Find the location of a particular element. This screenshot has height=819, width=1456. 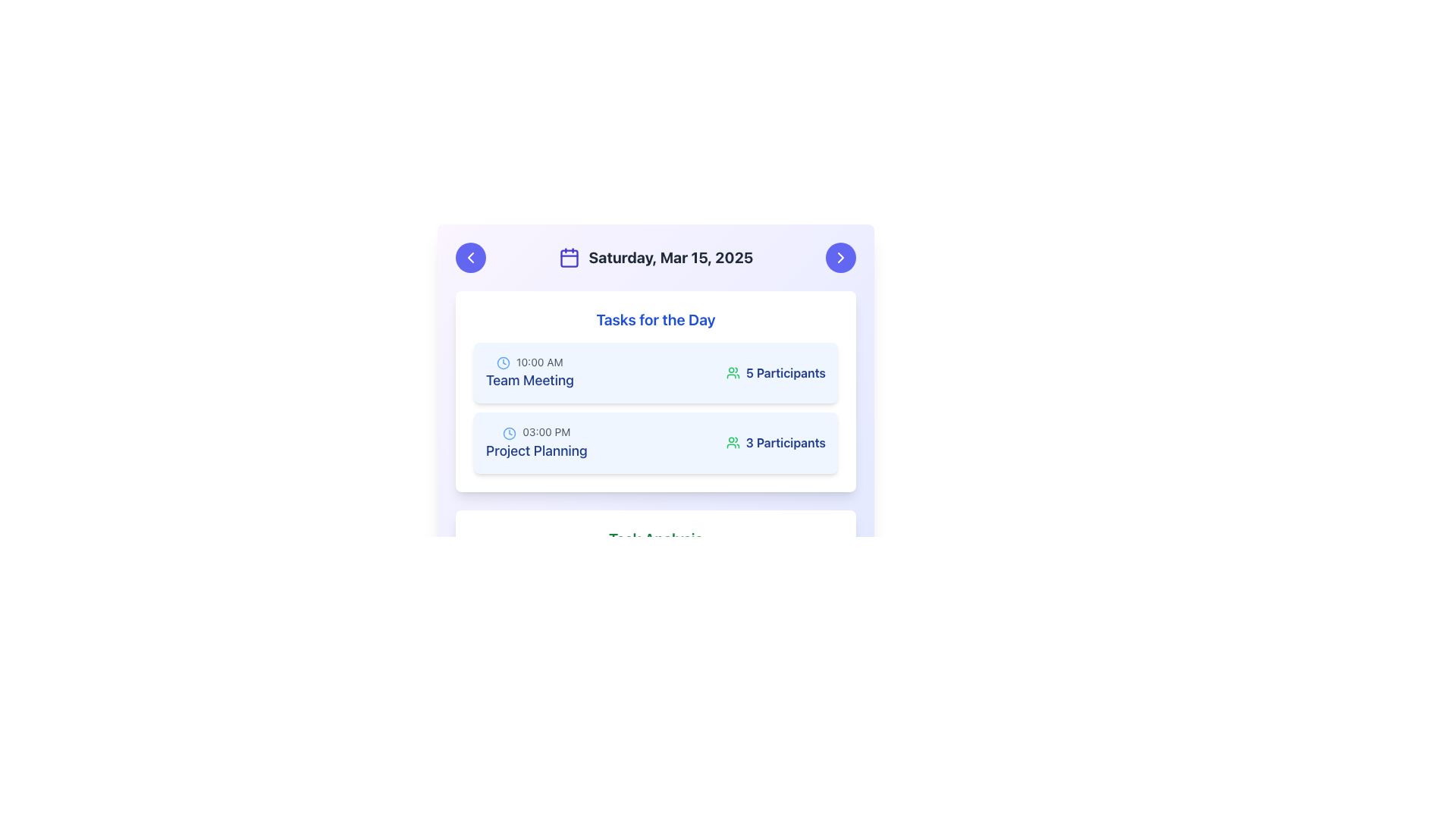

the text label with an icon that displays the number of participants for the 'Team Meeting' event, located in the right side of the 'Team Meeting' row in the schedule list is located at coordinates (776, 373).